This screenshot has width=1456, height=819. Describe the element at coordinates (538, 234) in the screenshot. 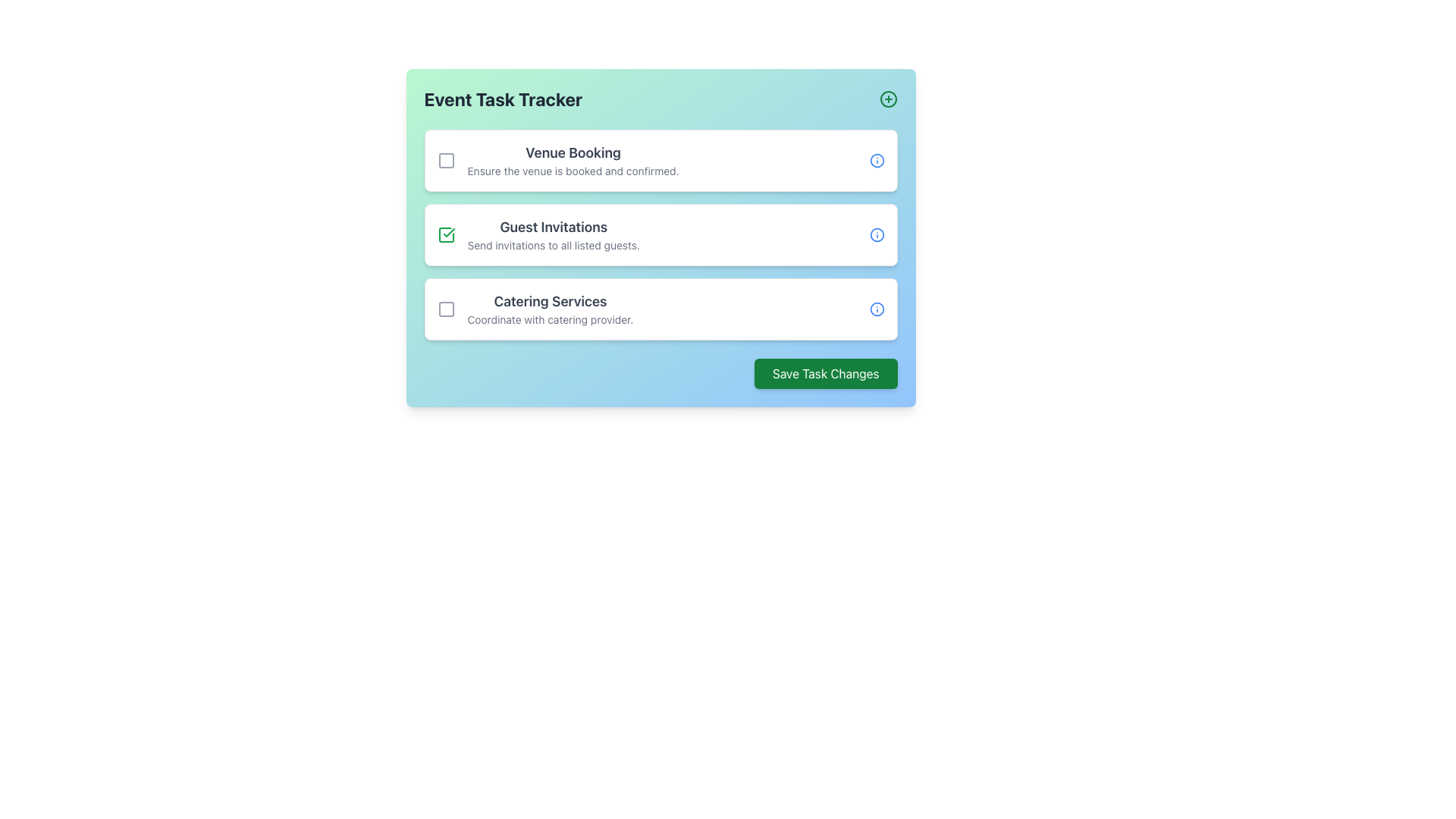

I see `the 'Guest Invitations' text label within the second task card` at that location.